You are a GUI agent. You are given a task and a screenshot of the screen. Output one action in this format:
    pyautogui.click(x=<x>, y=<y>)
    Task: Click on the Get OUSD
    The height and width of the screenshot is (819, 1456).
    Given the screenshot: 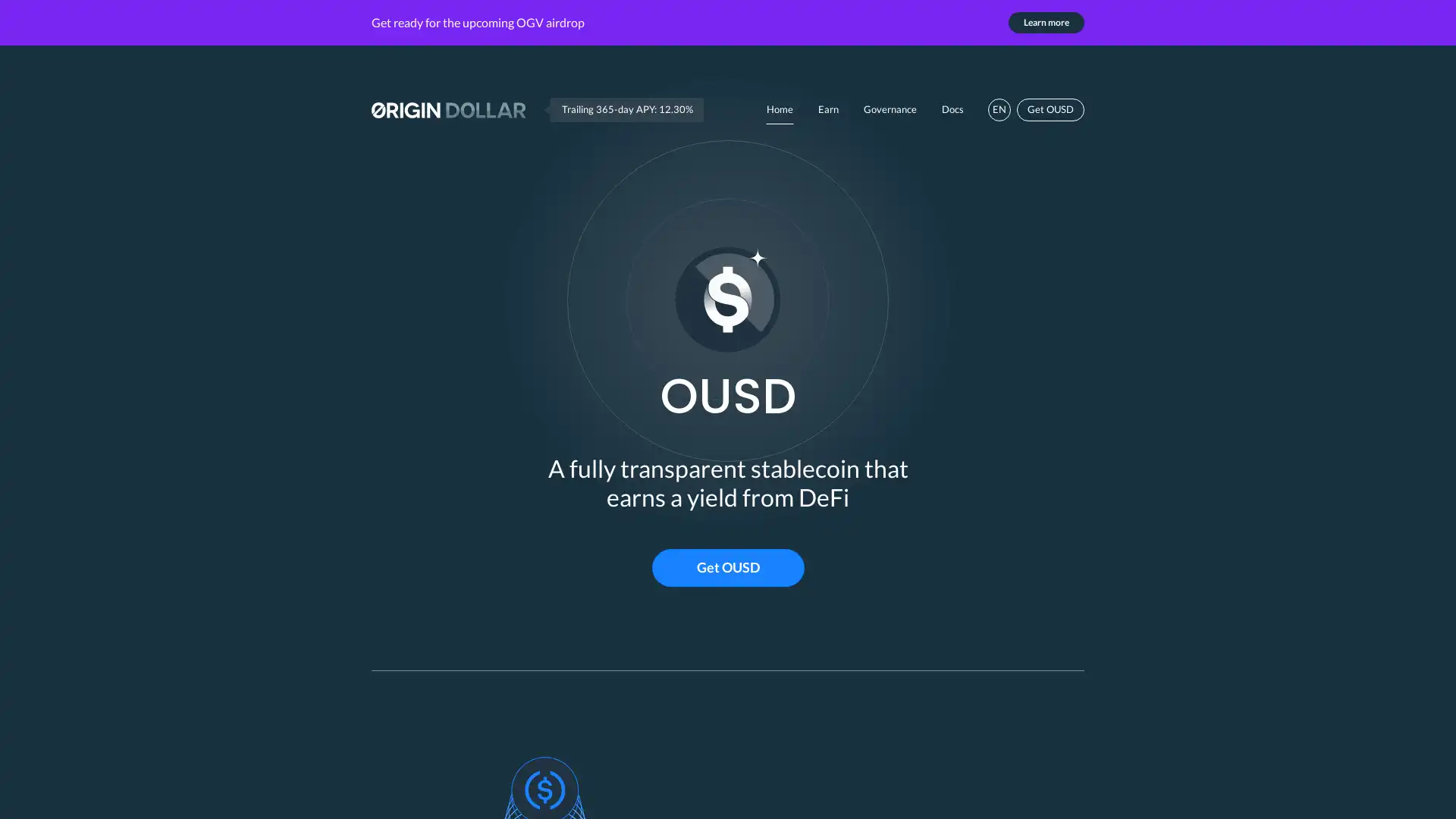 What is the action you would take?
    pyautogui.click(x=726, y=567)
    